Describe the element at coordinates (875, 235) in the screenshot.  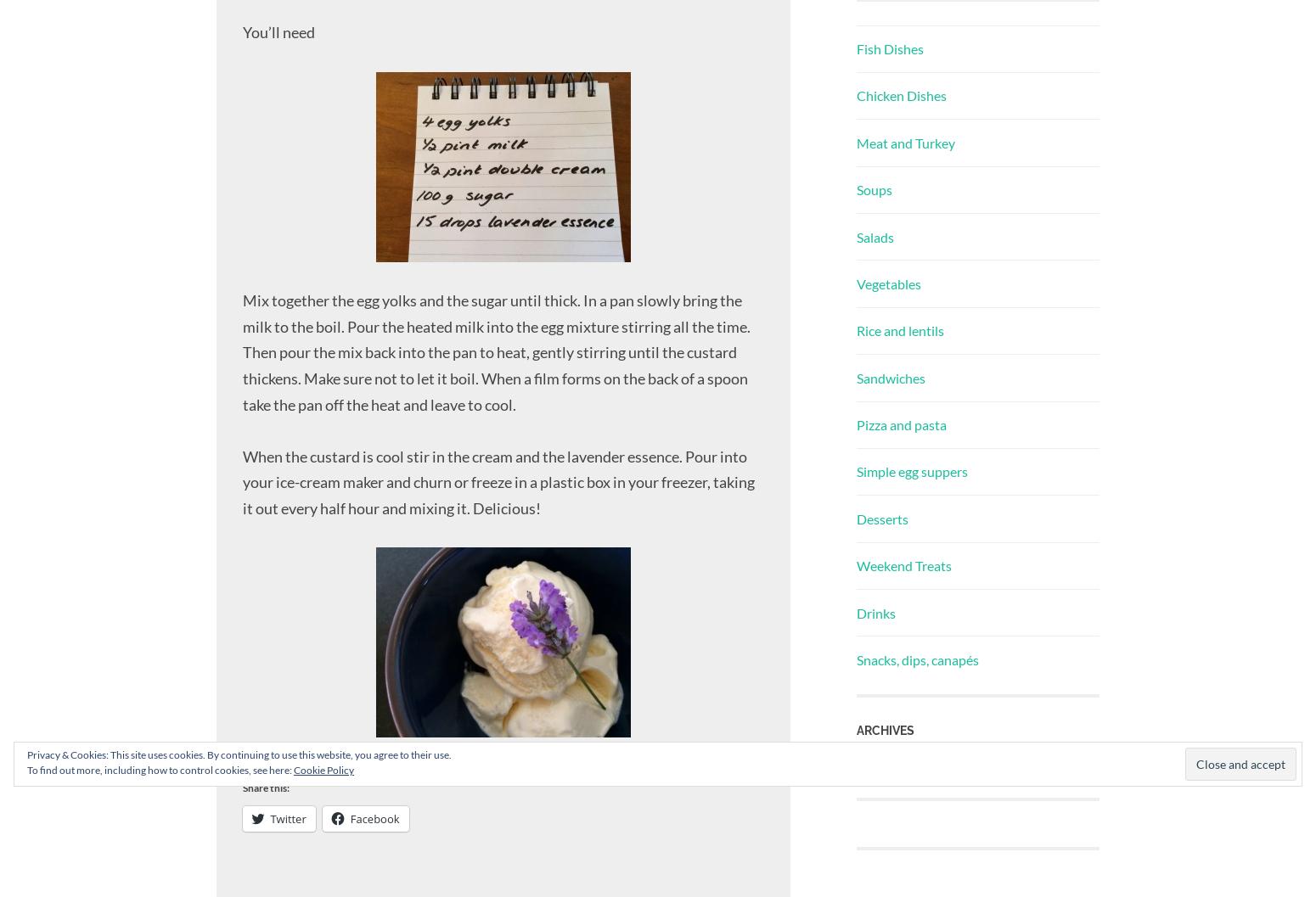
I see `'Salads'` at that location.